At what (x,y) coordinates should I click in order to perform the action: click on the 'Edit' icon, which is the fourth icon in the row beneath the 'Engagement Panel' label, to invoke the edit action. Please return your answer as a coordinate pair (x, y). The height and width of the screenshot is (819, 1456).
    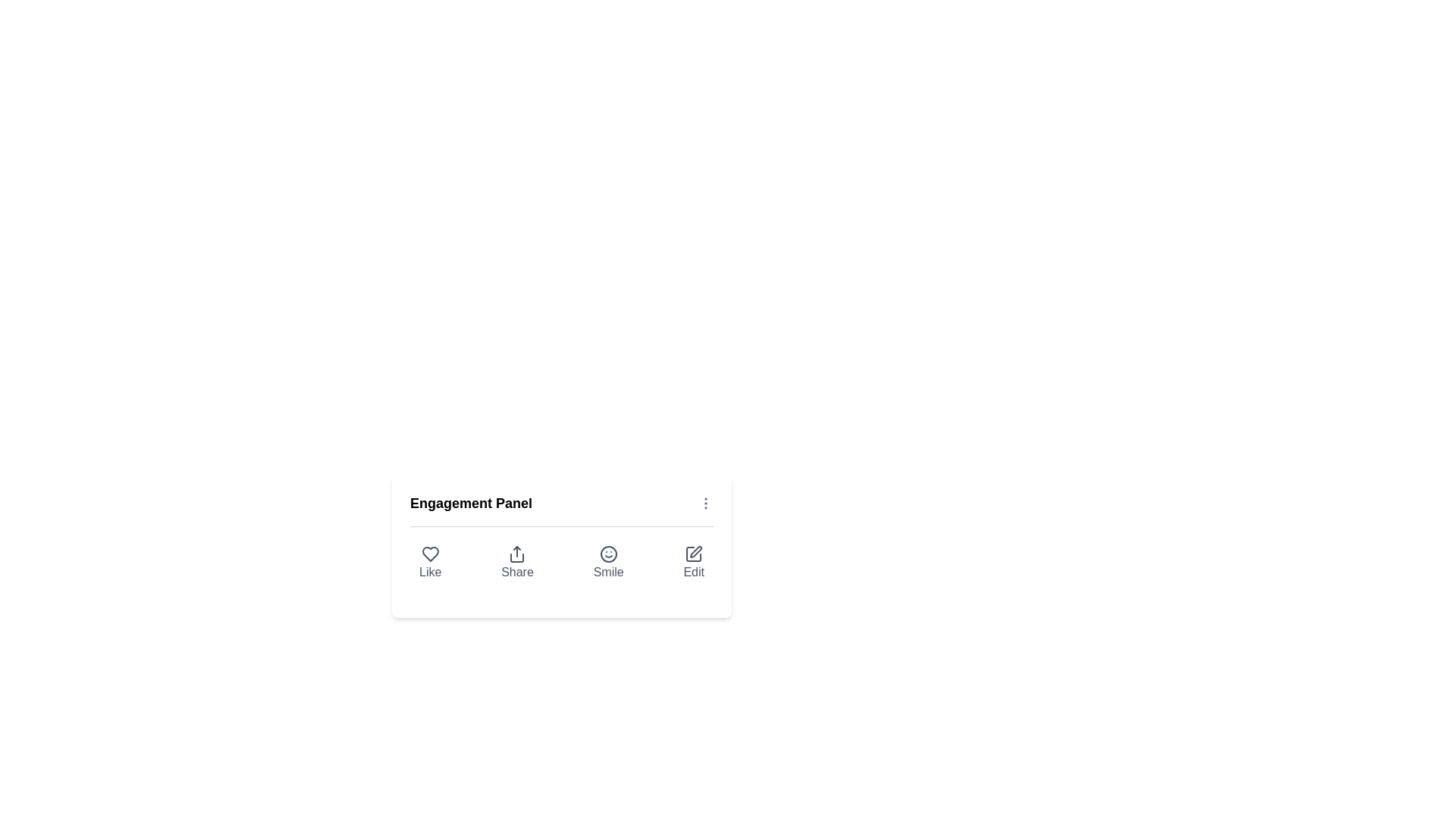
    Looking at the image, I should click on (693, 554).